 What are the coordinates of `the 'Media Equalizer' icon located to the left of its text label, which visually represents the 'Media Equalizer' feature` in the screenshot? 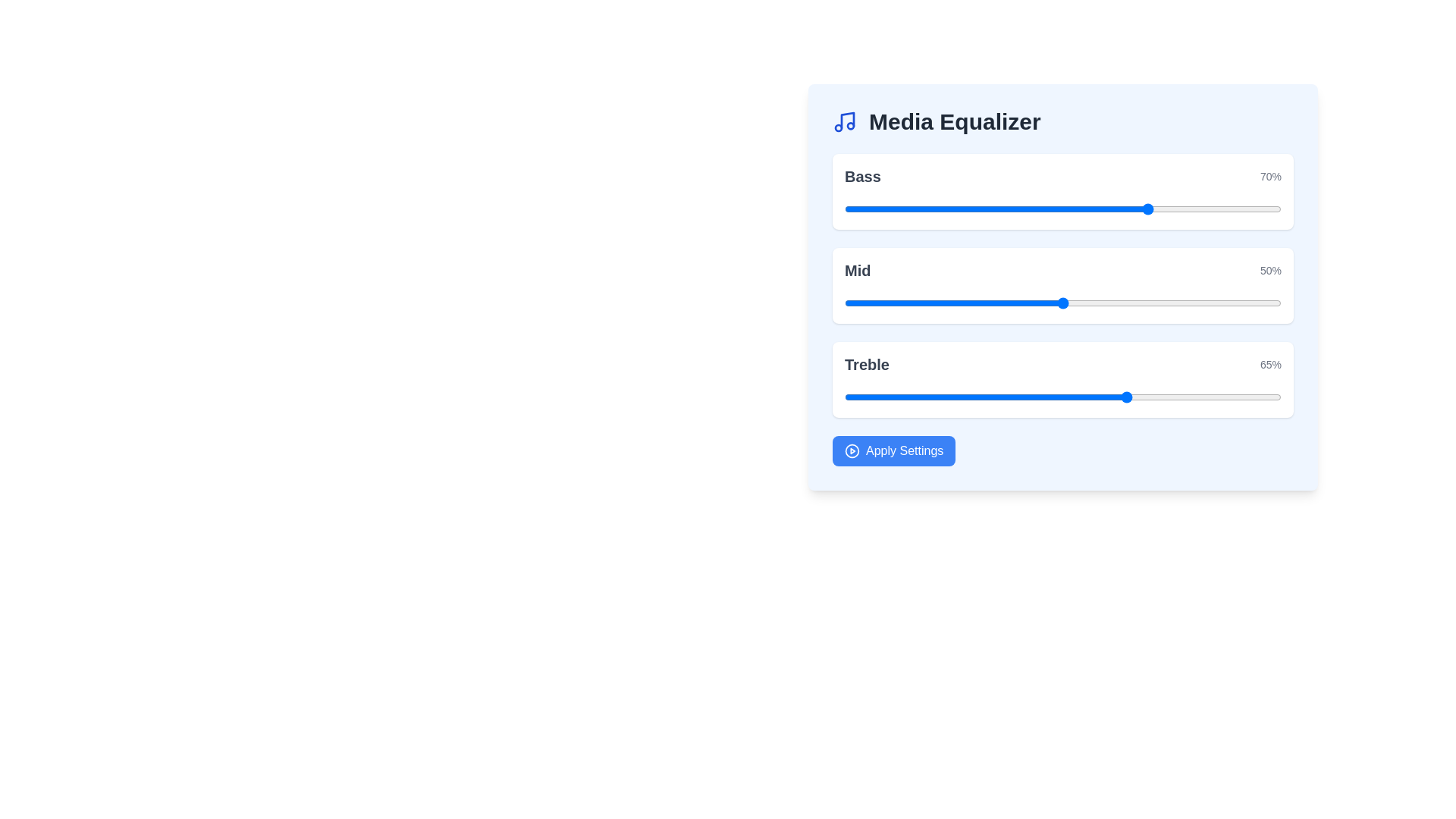 It's located at (843, 121).